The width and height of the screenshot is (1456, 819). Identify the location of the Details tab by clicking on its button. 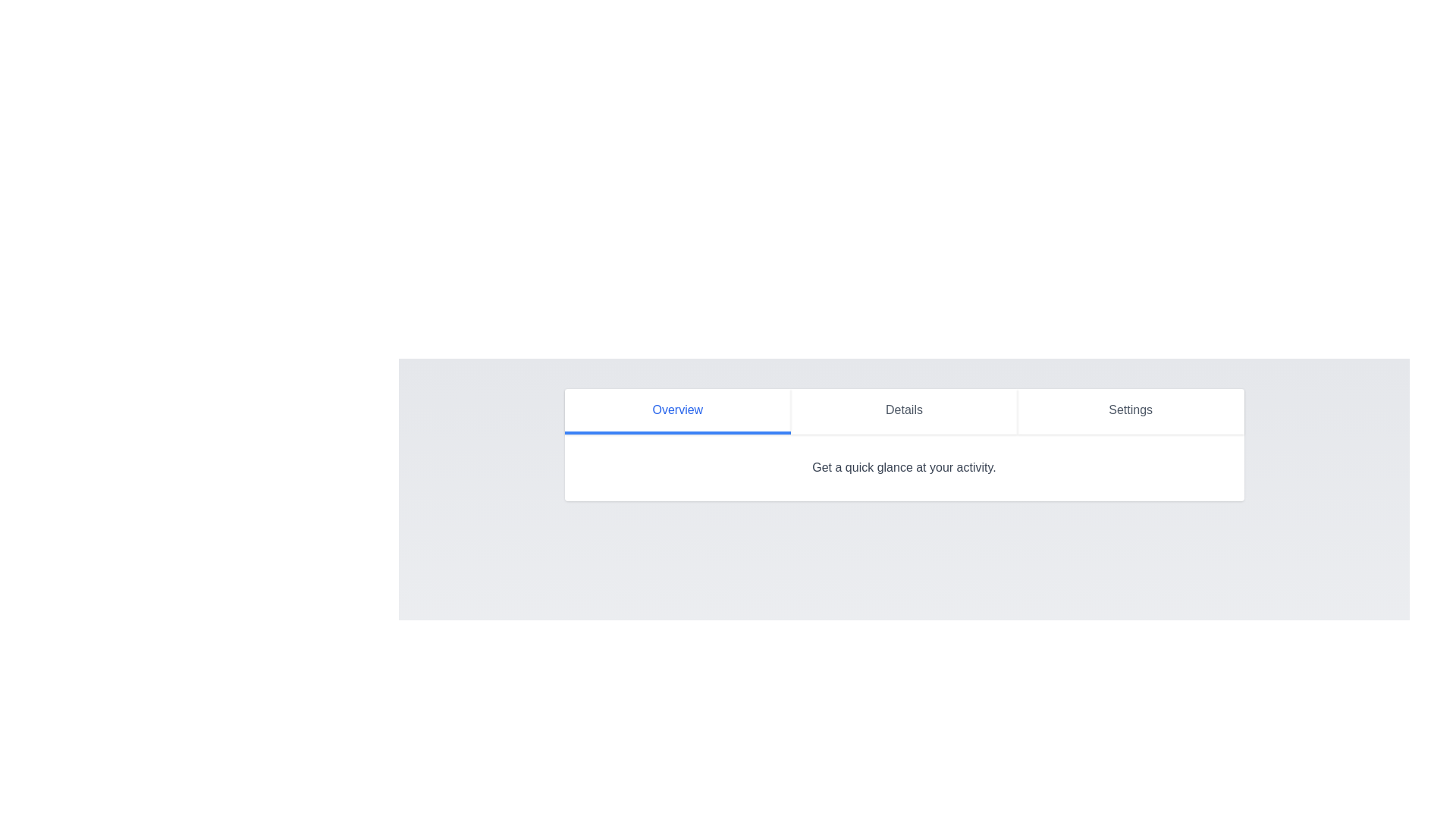
(904, 412).